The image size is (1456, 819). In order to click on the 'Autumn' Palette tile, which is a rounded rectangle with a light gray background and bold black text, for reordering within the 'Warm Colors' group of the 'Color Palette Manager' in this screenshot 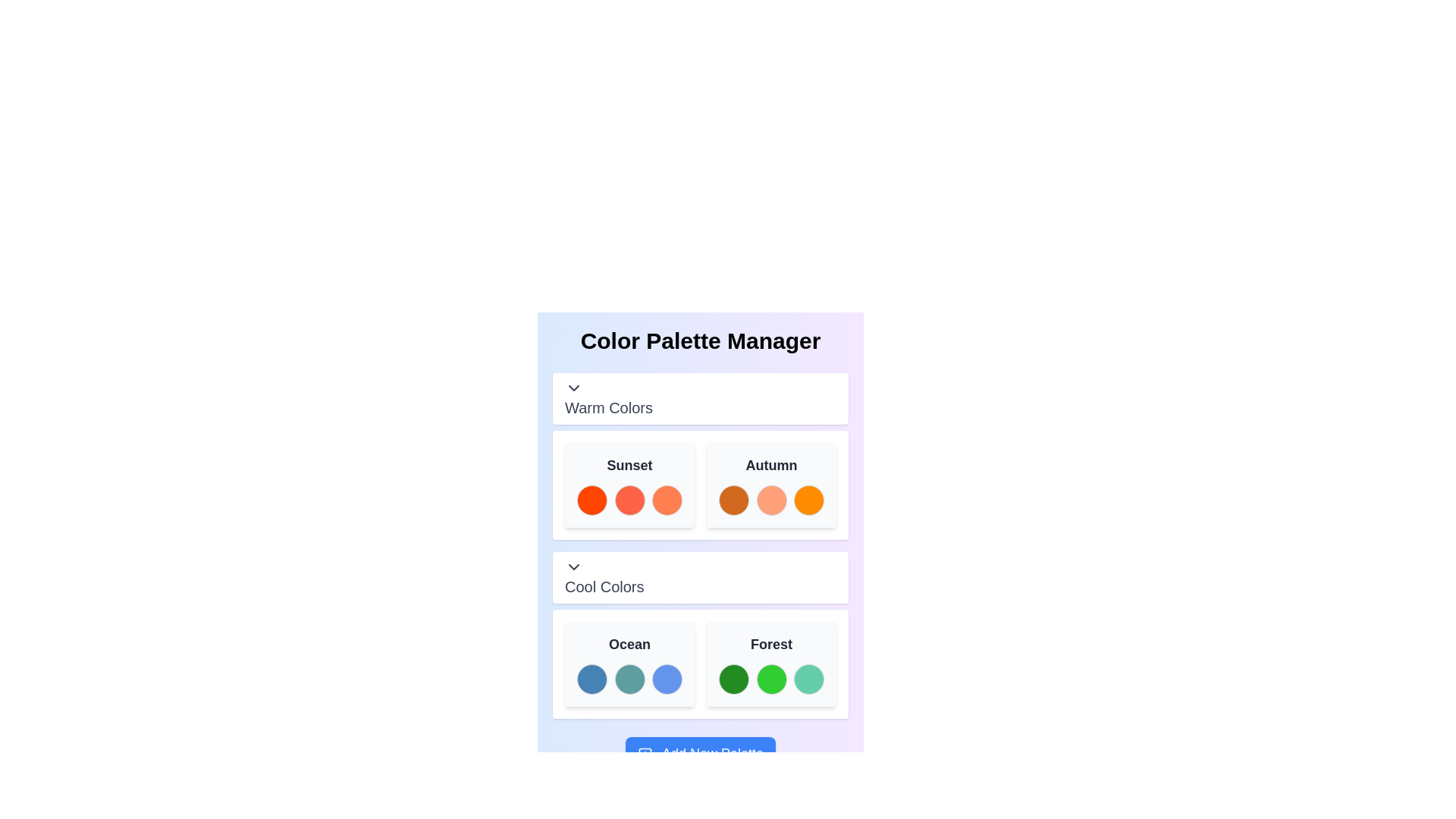, I will do `click(771, 485)`.